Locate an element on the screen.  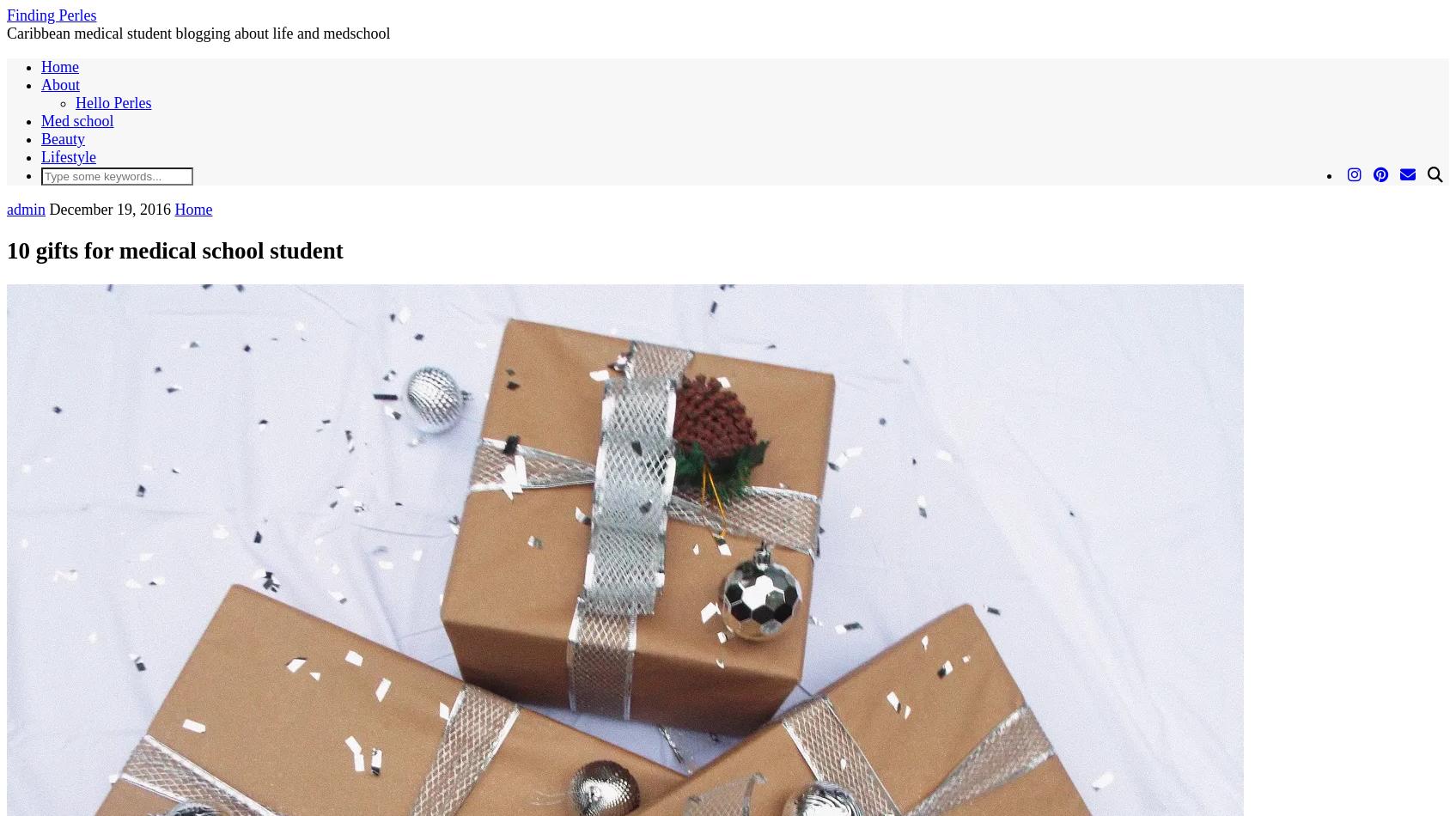
'Beauty' is located at coordinates (62, 138).